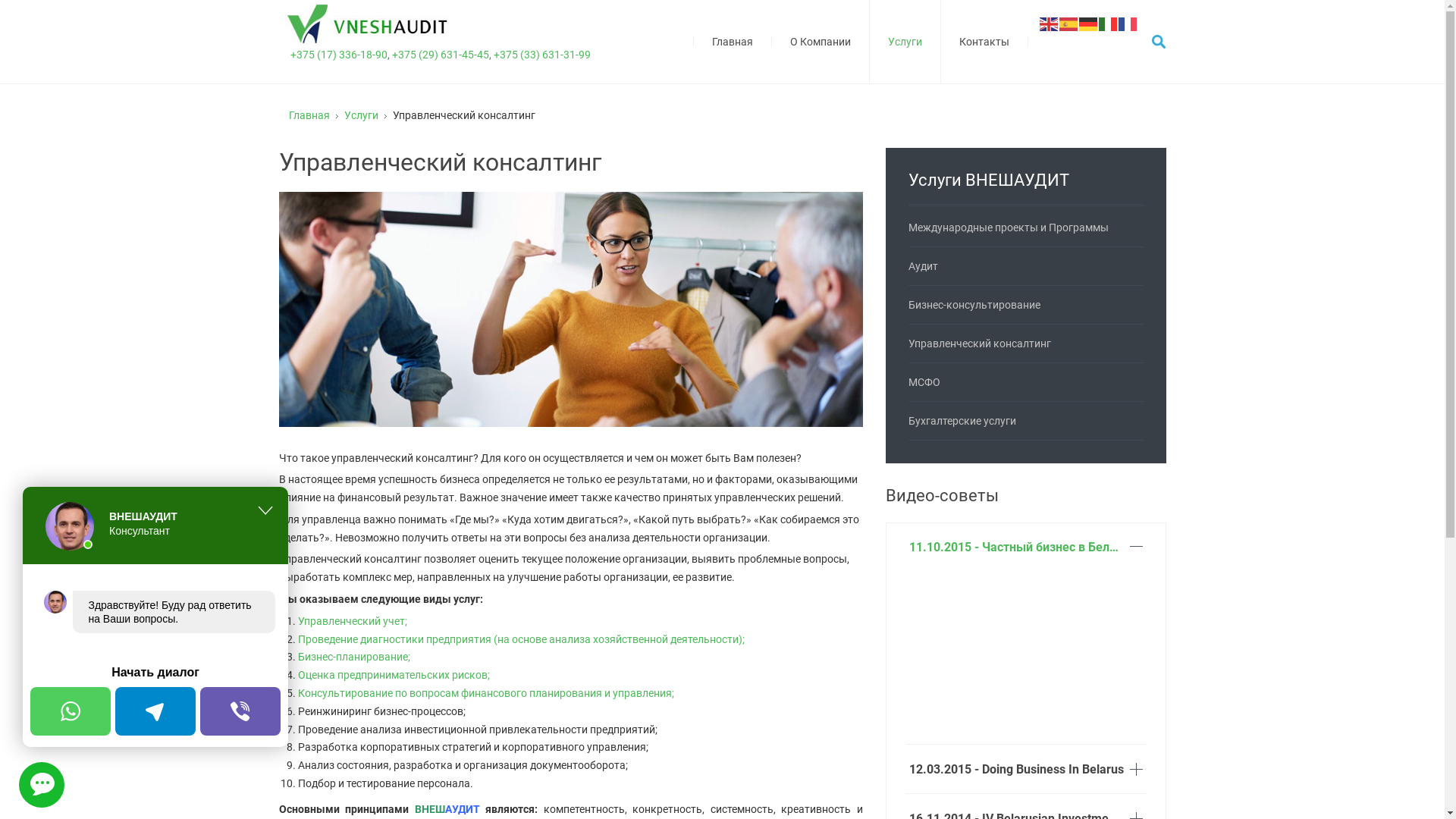 This screenshot has height=819, width=1456. What do you see at coordinates (69, 711) in the screenshot?
I see `'WhatsApp'` at bounding box center [69, 711].